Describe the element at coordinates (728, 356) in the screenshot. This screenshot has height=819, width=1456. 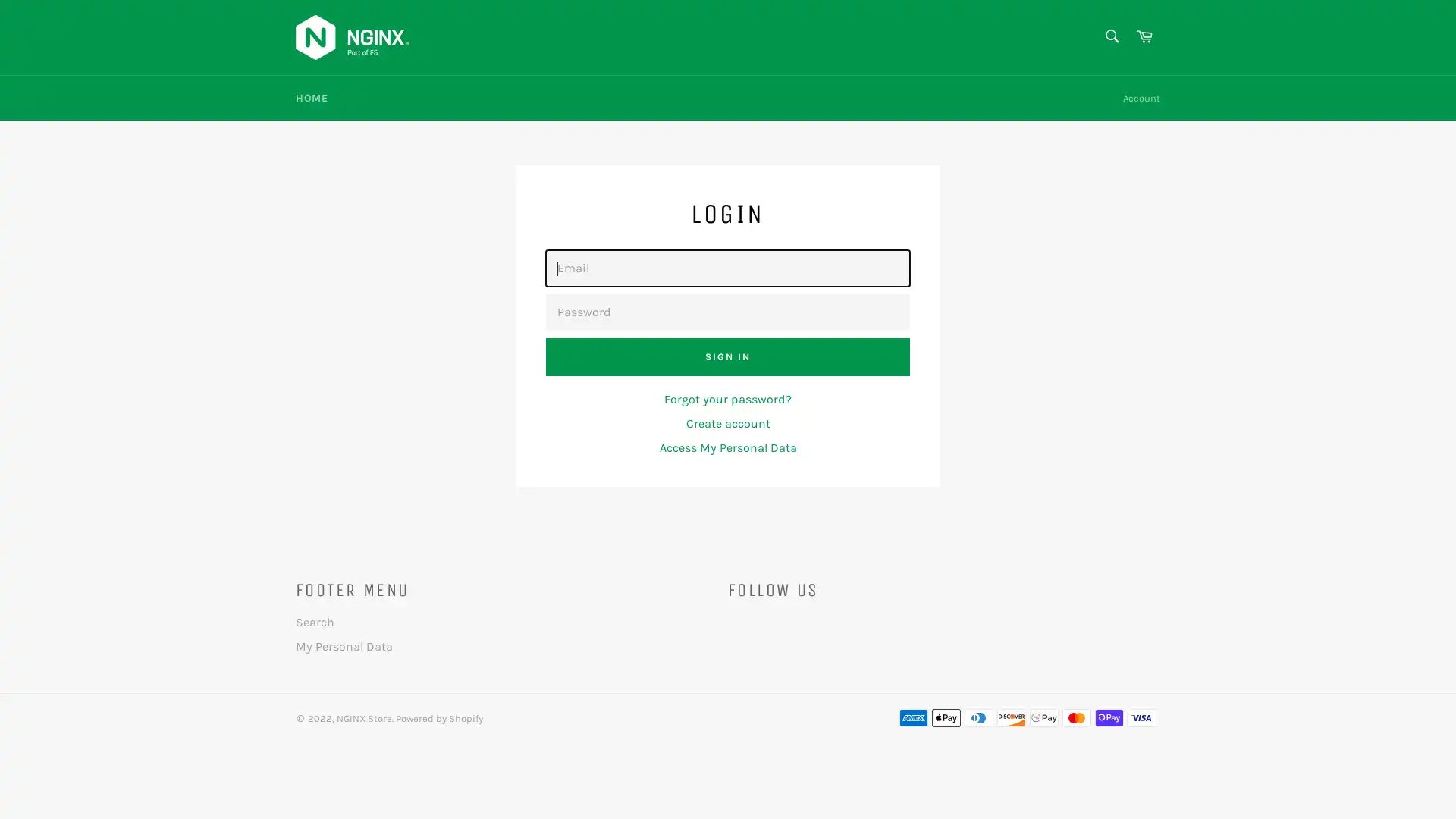
I see `Sign In` at that location.